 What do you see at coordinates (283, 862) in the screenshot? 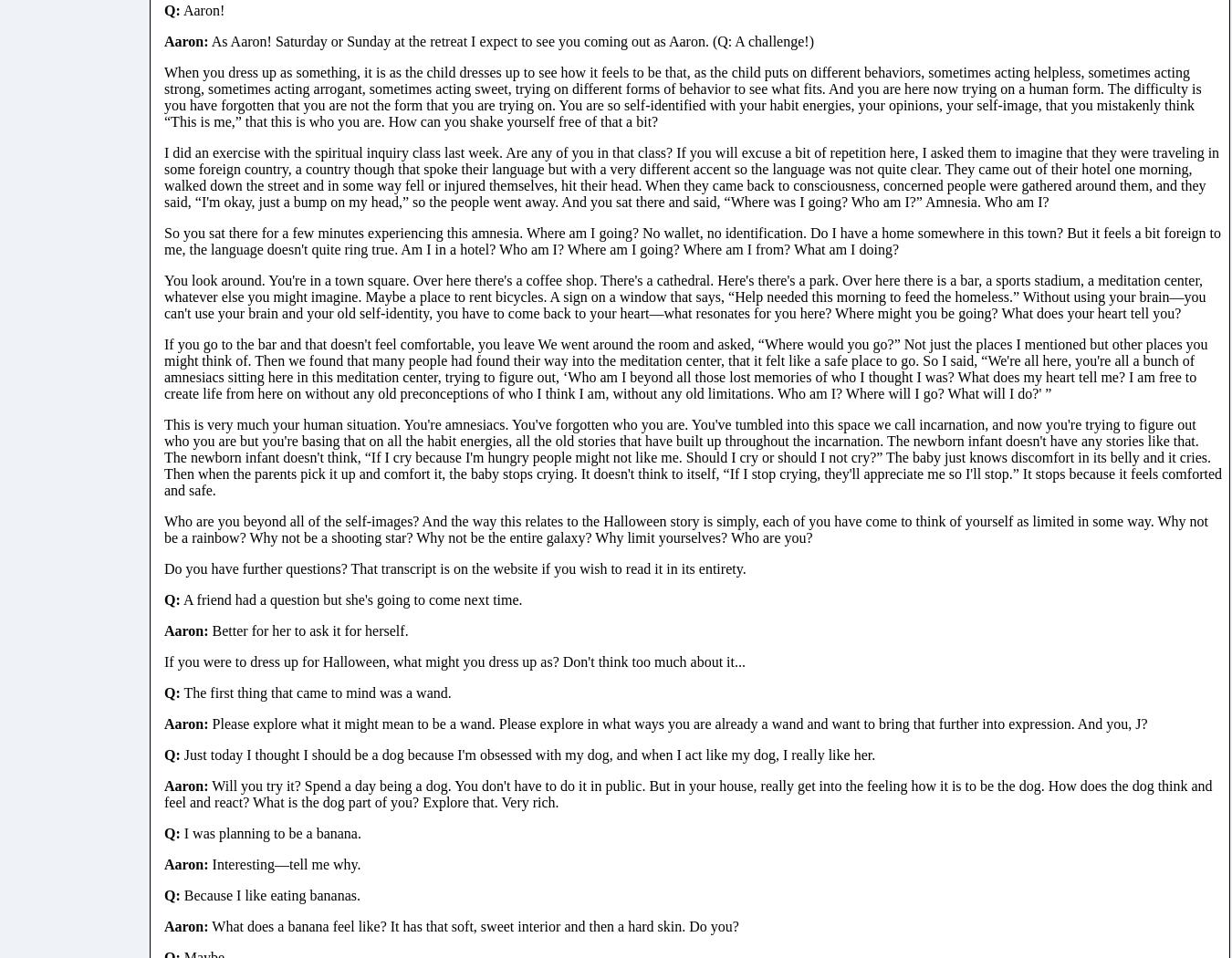
I see `'Interesting—tell me why.'` at bounding box center [283, 862].